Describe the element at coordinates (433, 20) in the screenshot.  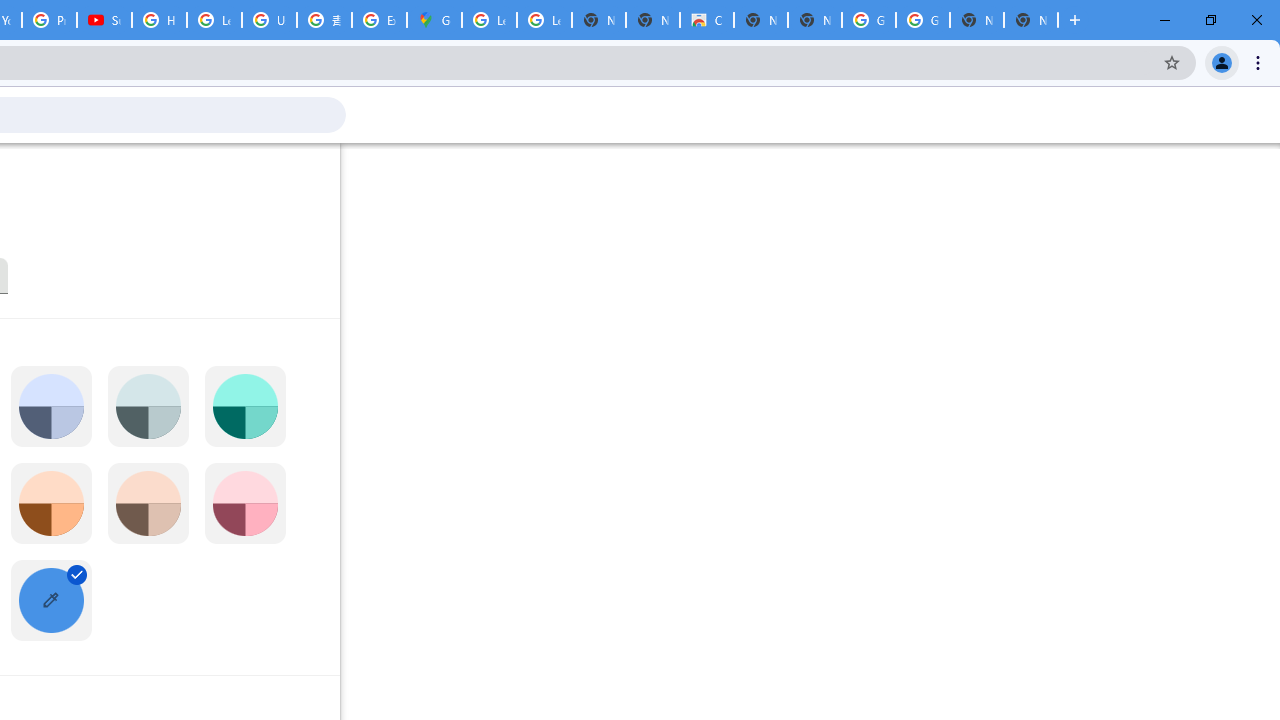
I see `'Google Maps'` at that location.